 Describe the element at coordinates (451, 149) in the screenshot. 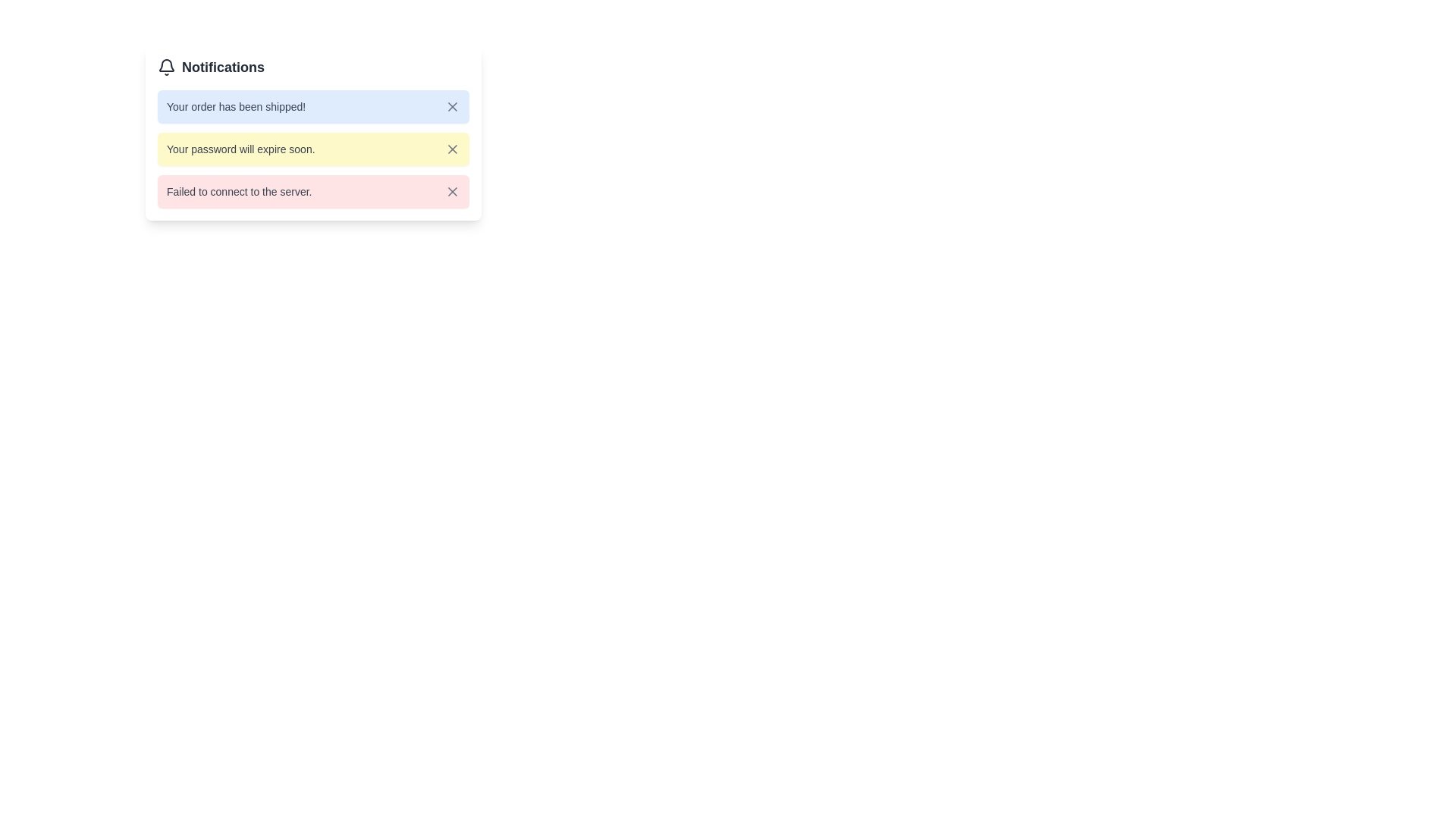

I see `the diagonal crossing line within the 'X' symbol in the second notification of the notification panel` at that location.